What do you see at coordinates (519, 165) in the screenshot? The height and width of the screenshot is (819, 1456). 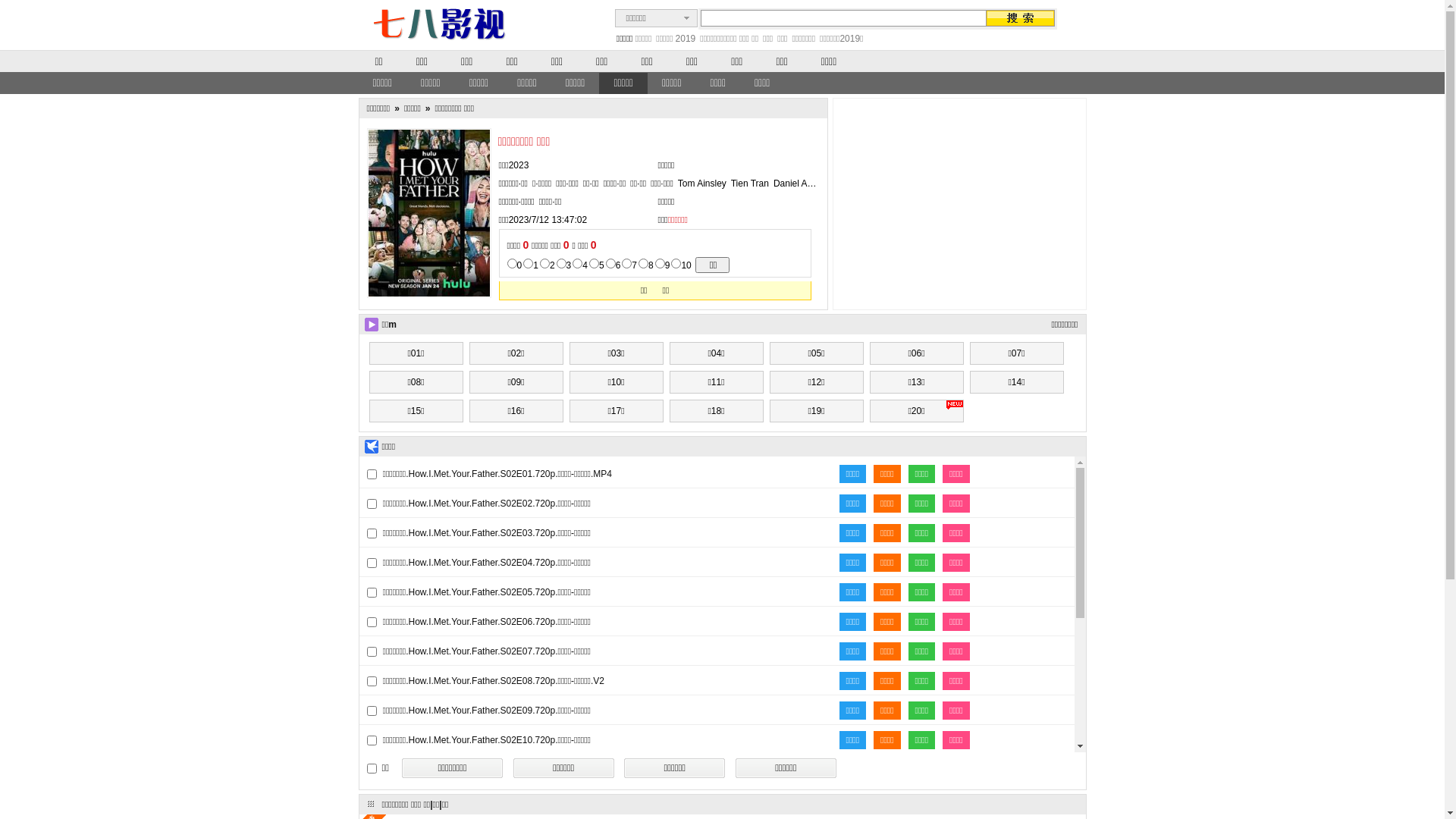 I see `'2023'` at bounding box center [519, 165].